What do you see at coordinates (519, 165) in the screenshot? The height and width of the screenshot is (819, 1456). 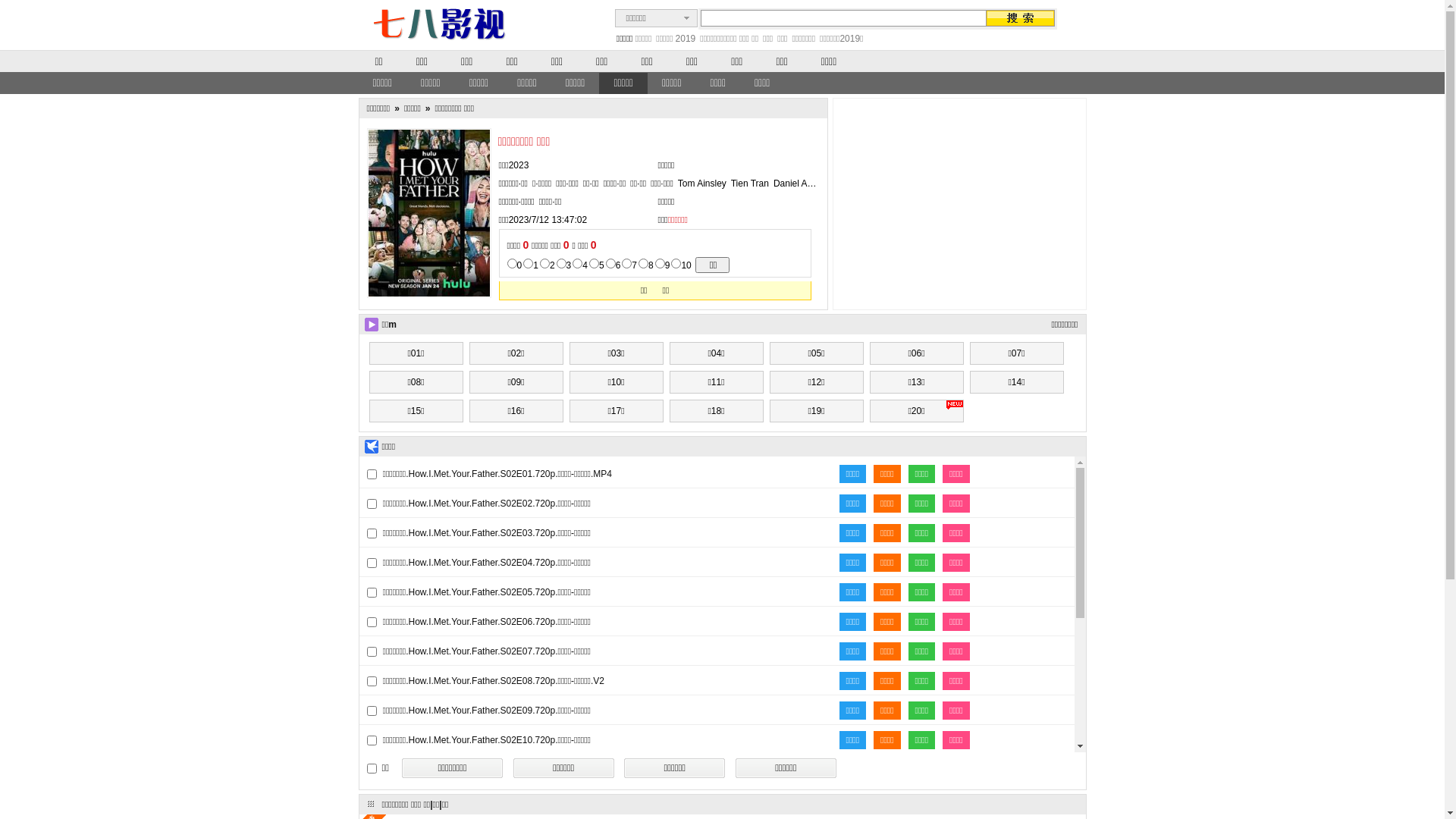 I see `'2023'` at bounding box center [519, 165].